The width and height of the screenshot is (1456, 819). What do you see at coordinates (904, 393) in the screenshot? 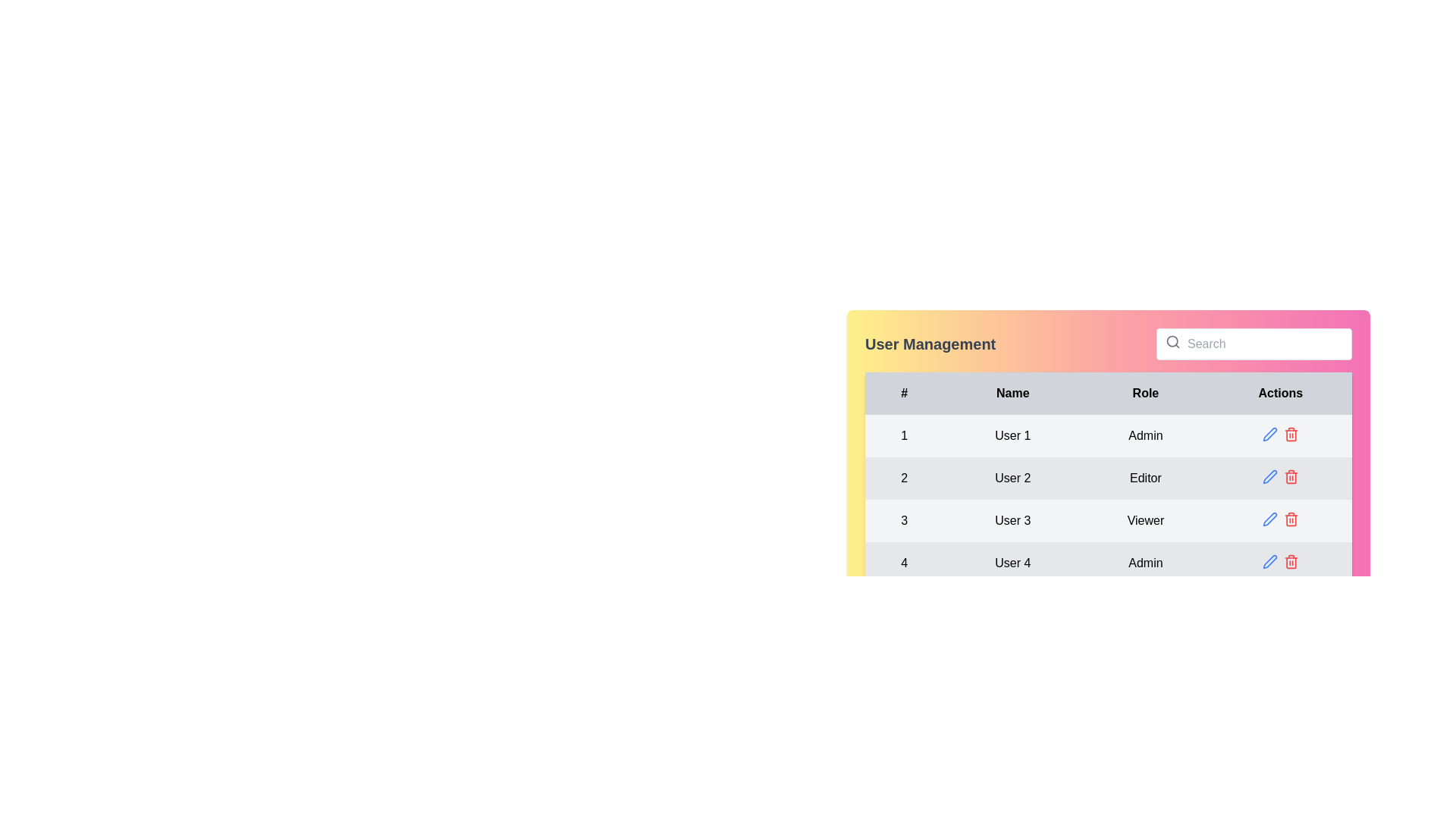
I see `the Table header cell containing the '#' symbol, which is the first cell in the header row of the user management table` at bounding box center [904, 393].